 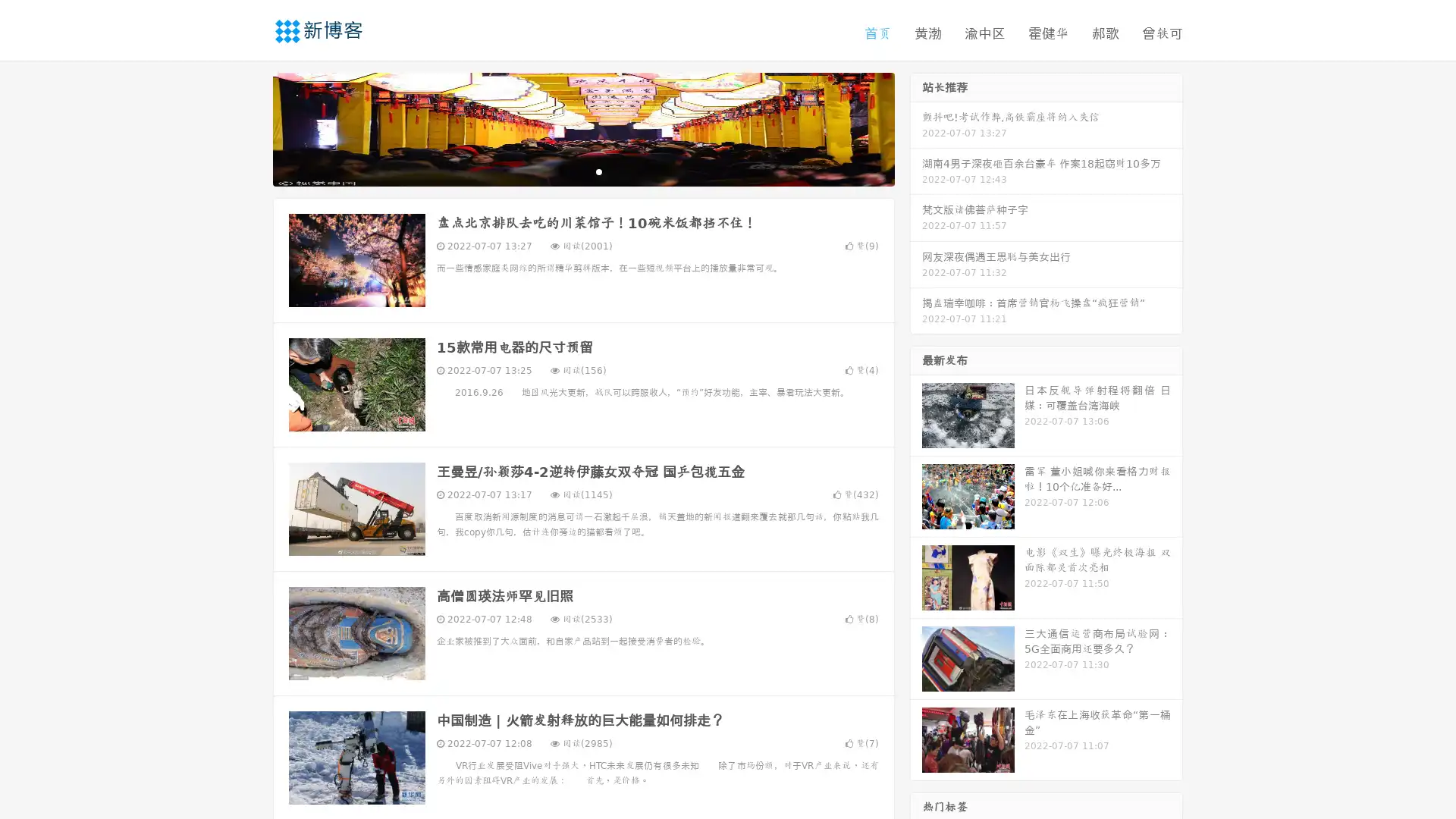 I want to click on Next slide, so click(x=916, y=127).